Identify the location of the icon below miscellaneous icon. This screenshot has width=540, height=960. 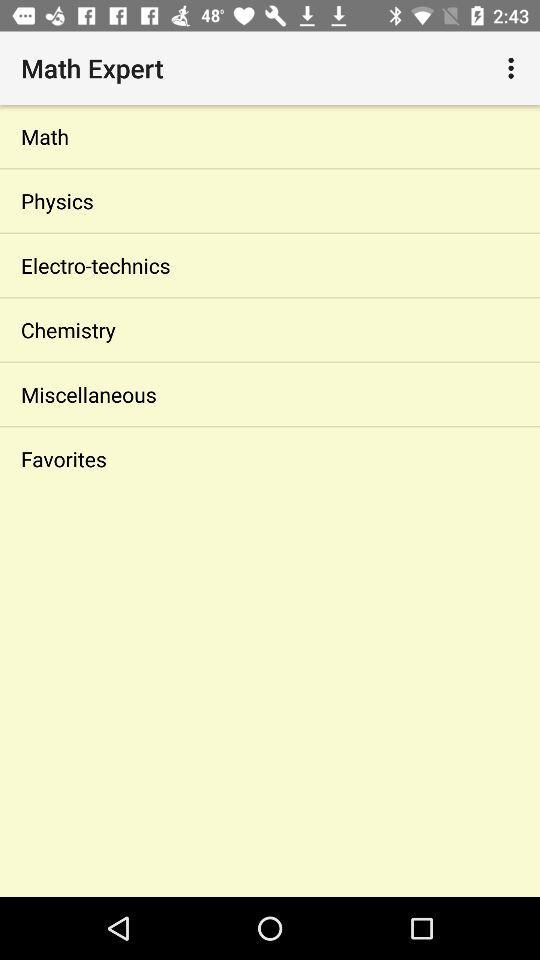
(270, 458).